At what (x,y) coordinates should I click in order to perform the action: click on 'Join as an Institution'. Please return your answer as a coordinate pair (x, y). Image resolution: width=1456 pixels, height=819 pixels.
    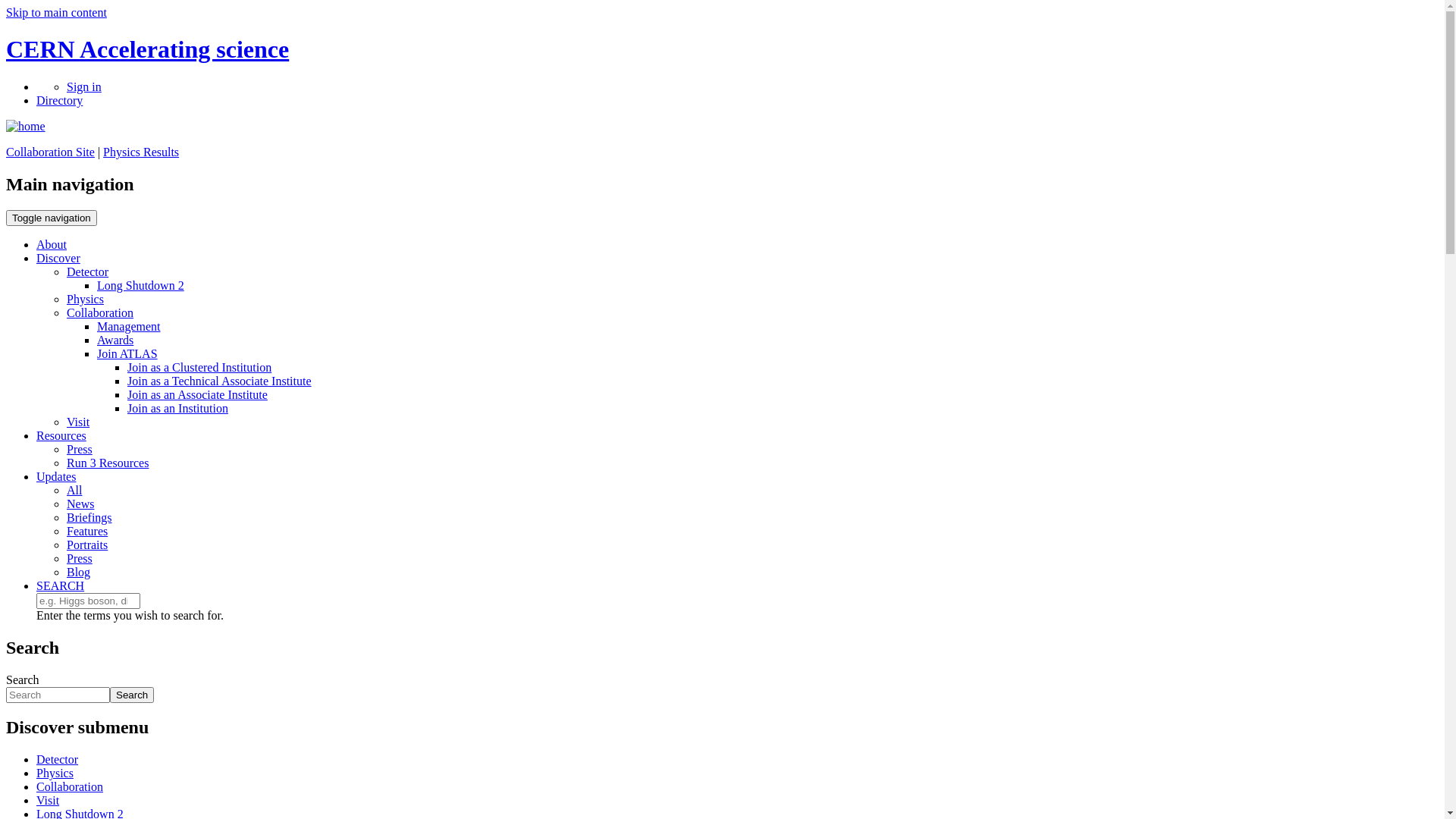
    Looking at the image, I should click on (177, 407).